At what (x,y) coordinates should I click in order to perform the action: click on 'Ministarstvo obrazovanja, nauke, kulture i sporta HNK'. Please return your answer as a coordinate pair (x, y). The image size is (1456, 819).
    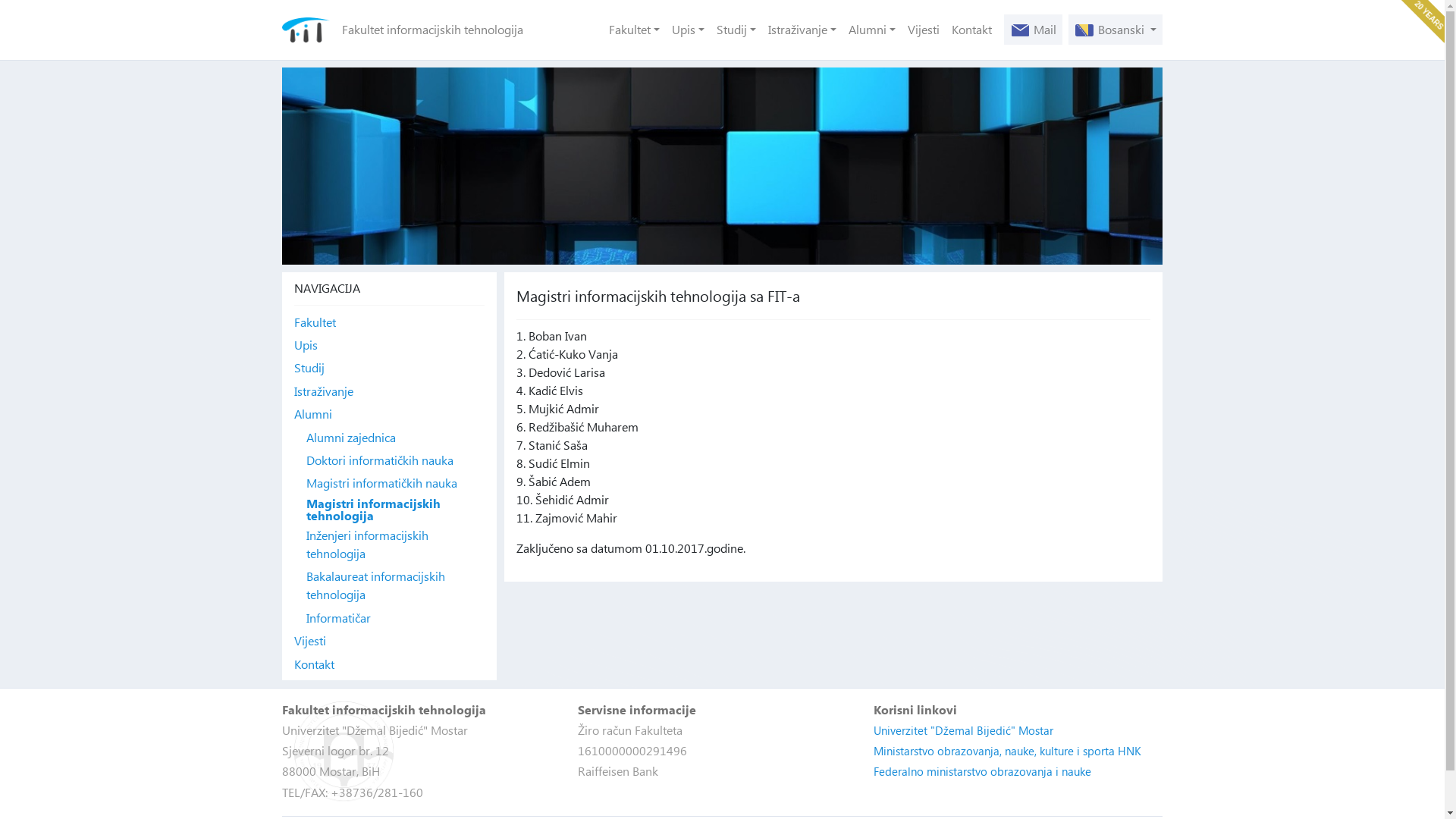
    Looking at the image, I should click on (1007, 751).